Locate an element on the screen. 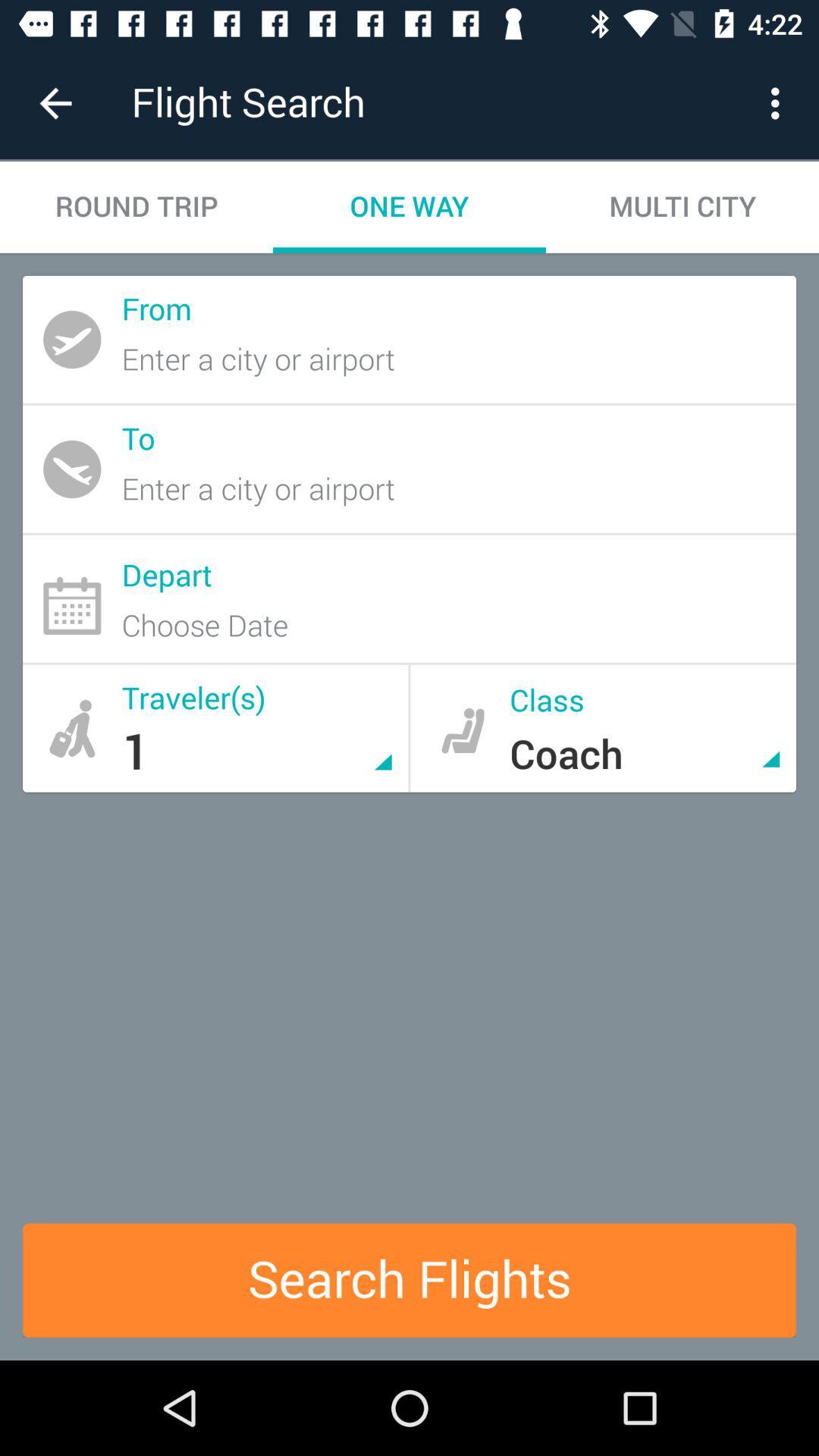 The image size is (819, 1456). the item next to the one way icon is located at coordinates (681, 206).